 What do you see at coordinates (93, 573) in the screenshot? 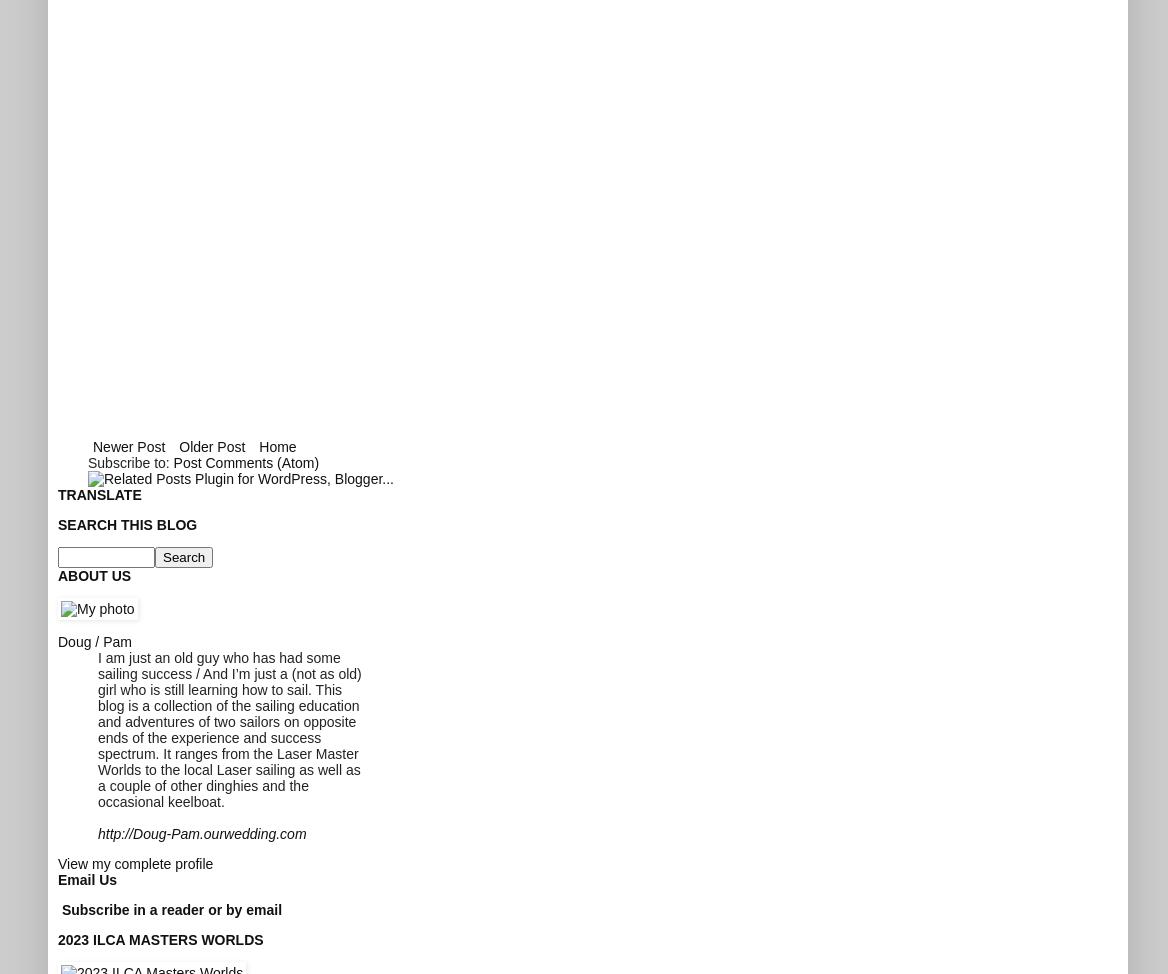
I see `'About Us'` at bounding box center [93, 573].